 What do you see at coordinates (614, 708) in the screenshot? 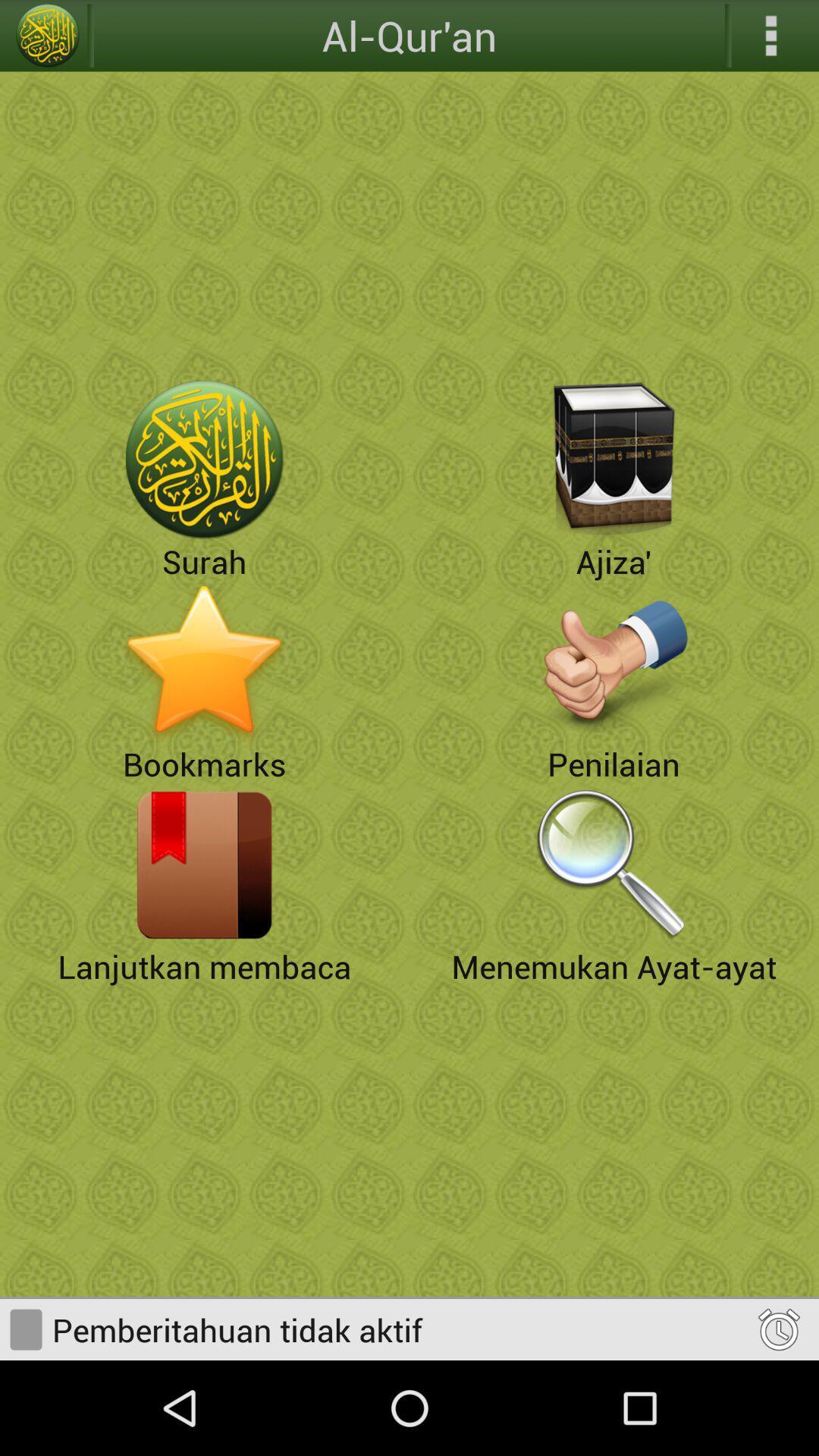
I see `the thumbs_up icon` at bounding box center [614, 708].